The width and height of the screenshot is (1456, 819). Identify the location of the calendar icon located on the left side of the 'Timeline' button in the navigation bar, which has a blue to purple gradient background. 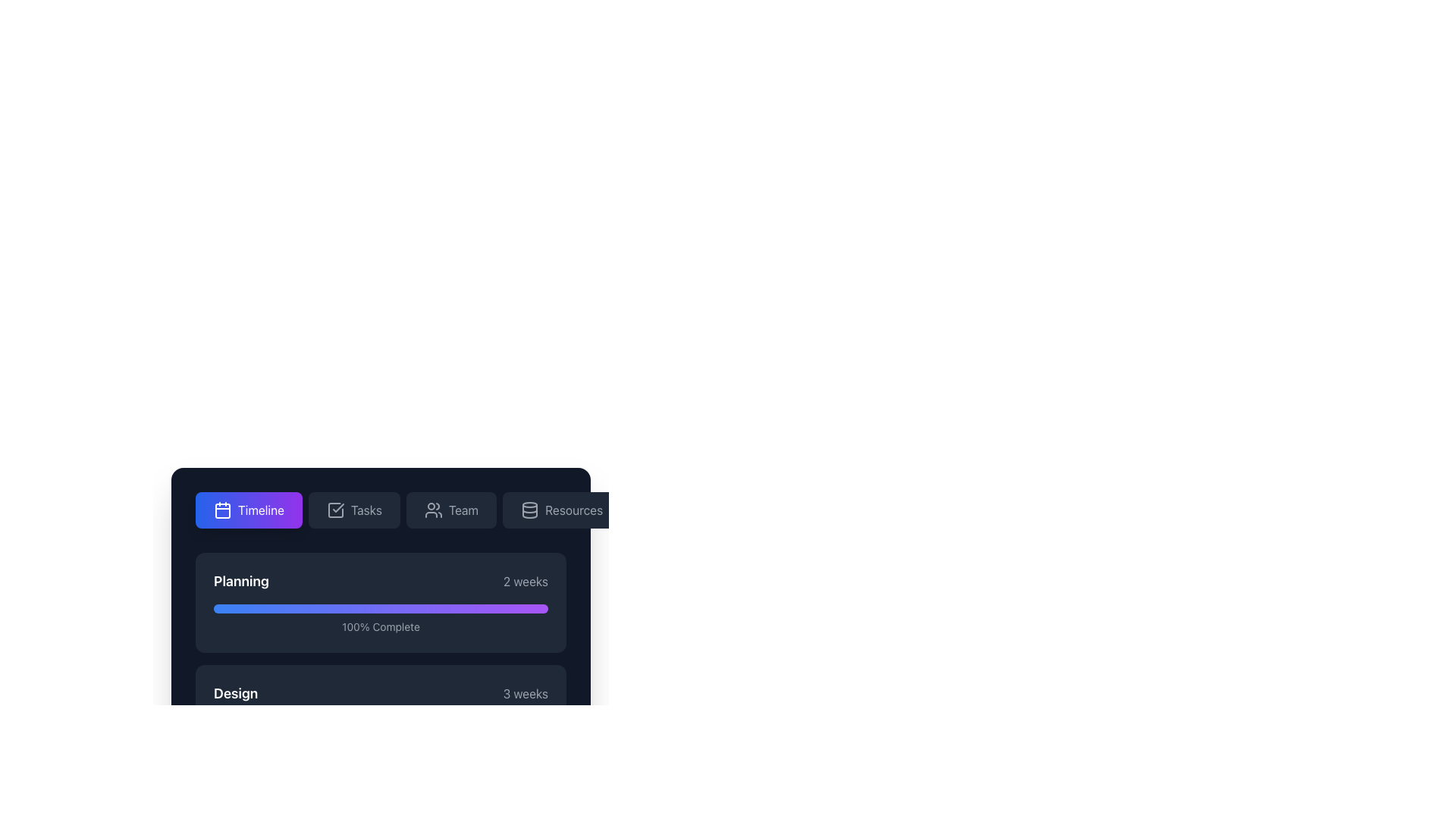
(221, 510).